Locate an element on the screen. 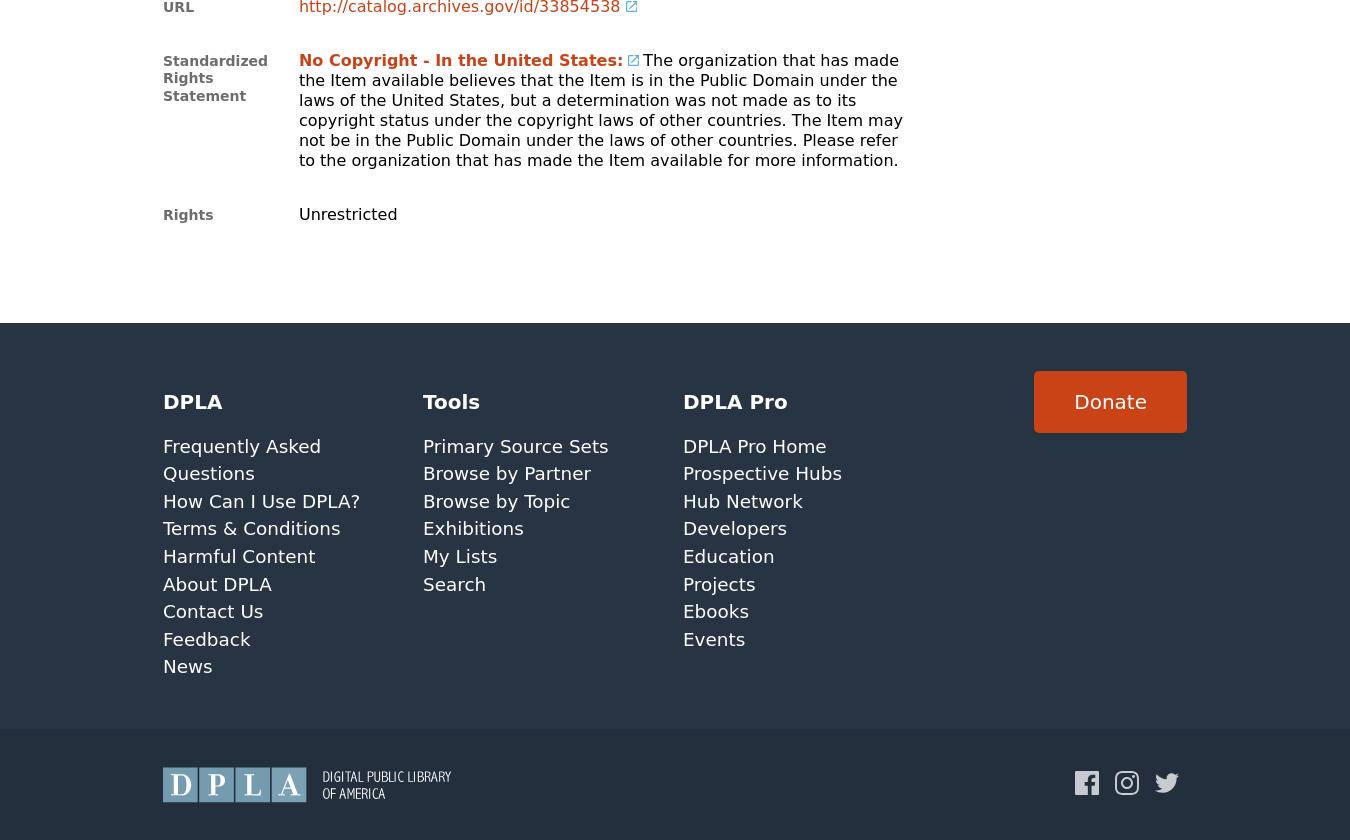 The width and height of the screenshot is (1350, 840). 'Feedback' is located at coordinates (162, 638).